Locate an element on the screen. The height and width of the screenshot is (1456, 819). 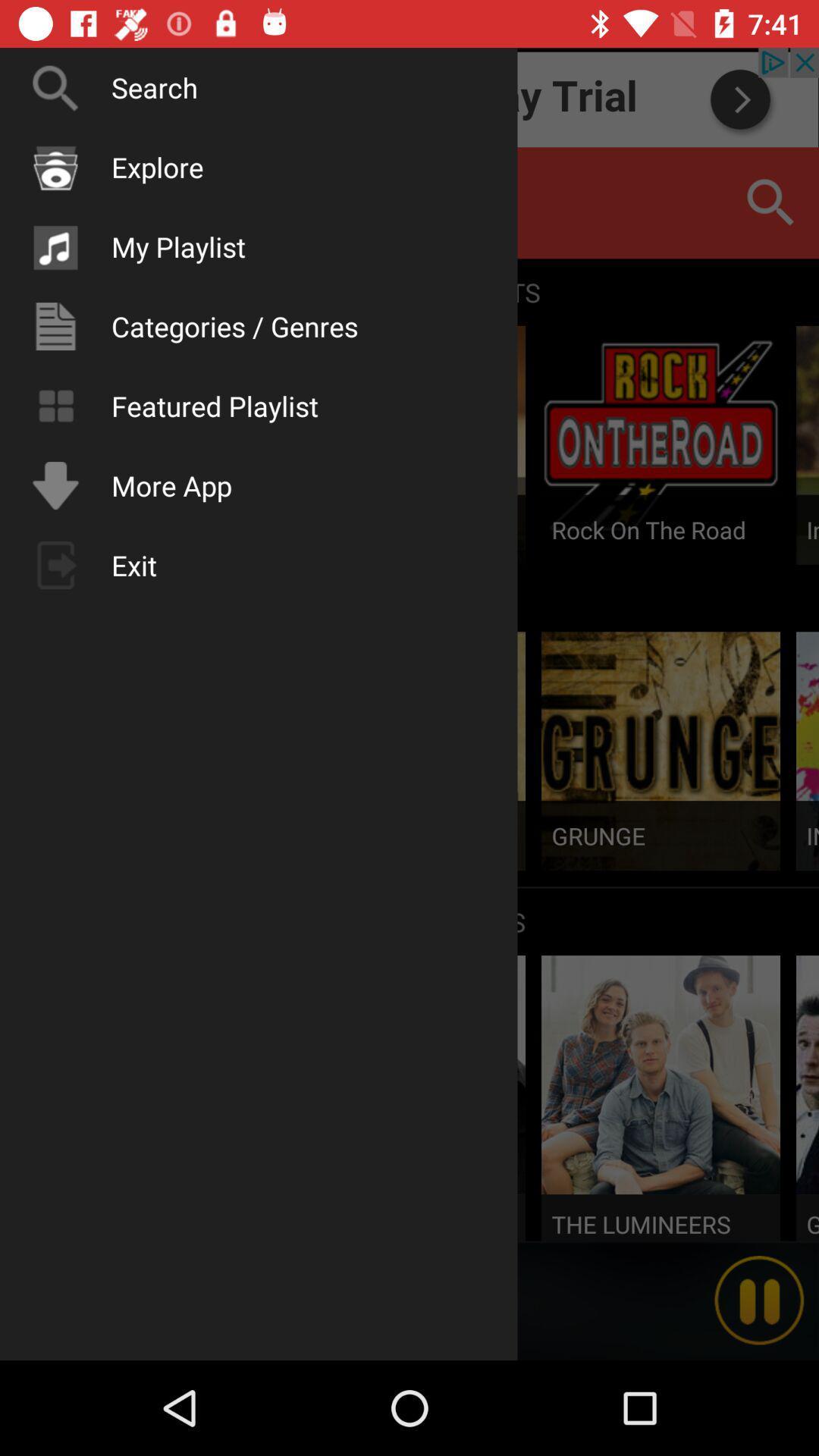
the pause icon is located at coordinates (759, 1300).